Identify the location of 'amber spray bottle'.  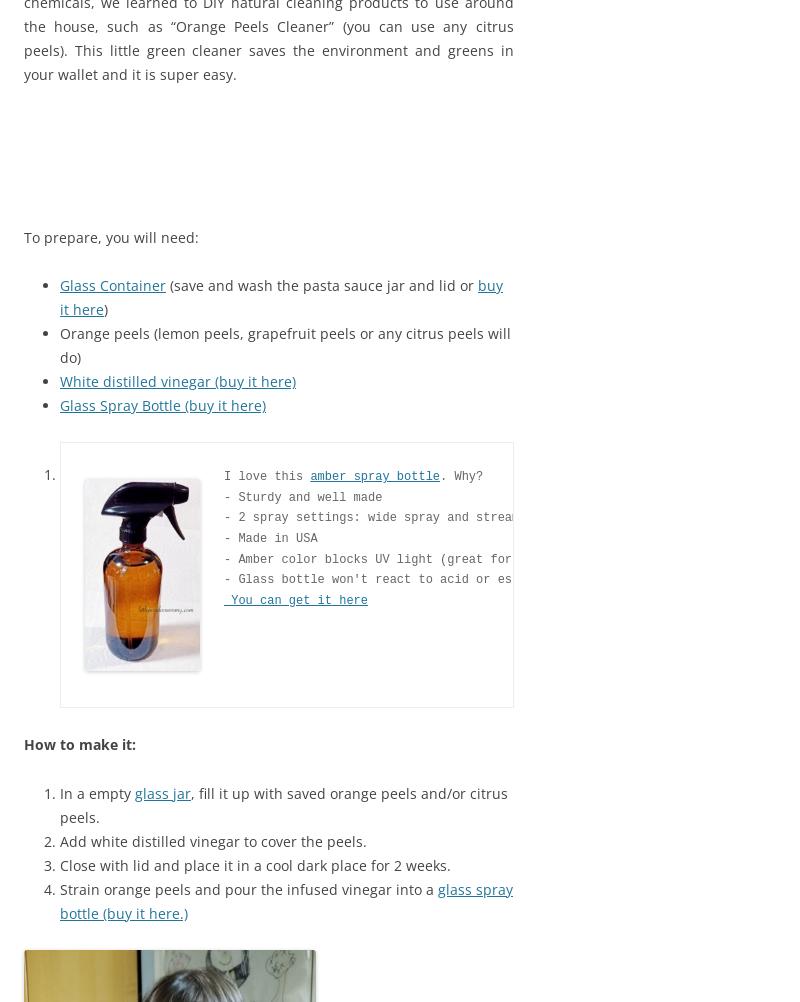
(374, 475).